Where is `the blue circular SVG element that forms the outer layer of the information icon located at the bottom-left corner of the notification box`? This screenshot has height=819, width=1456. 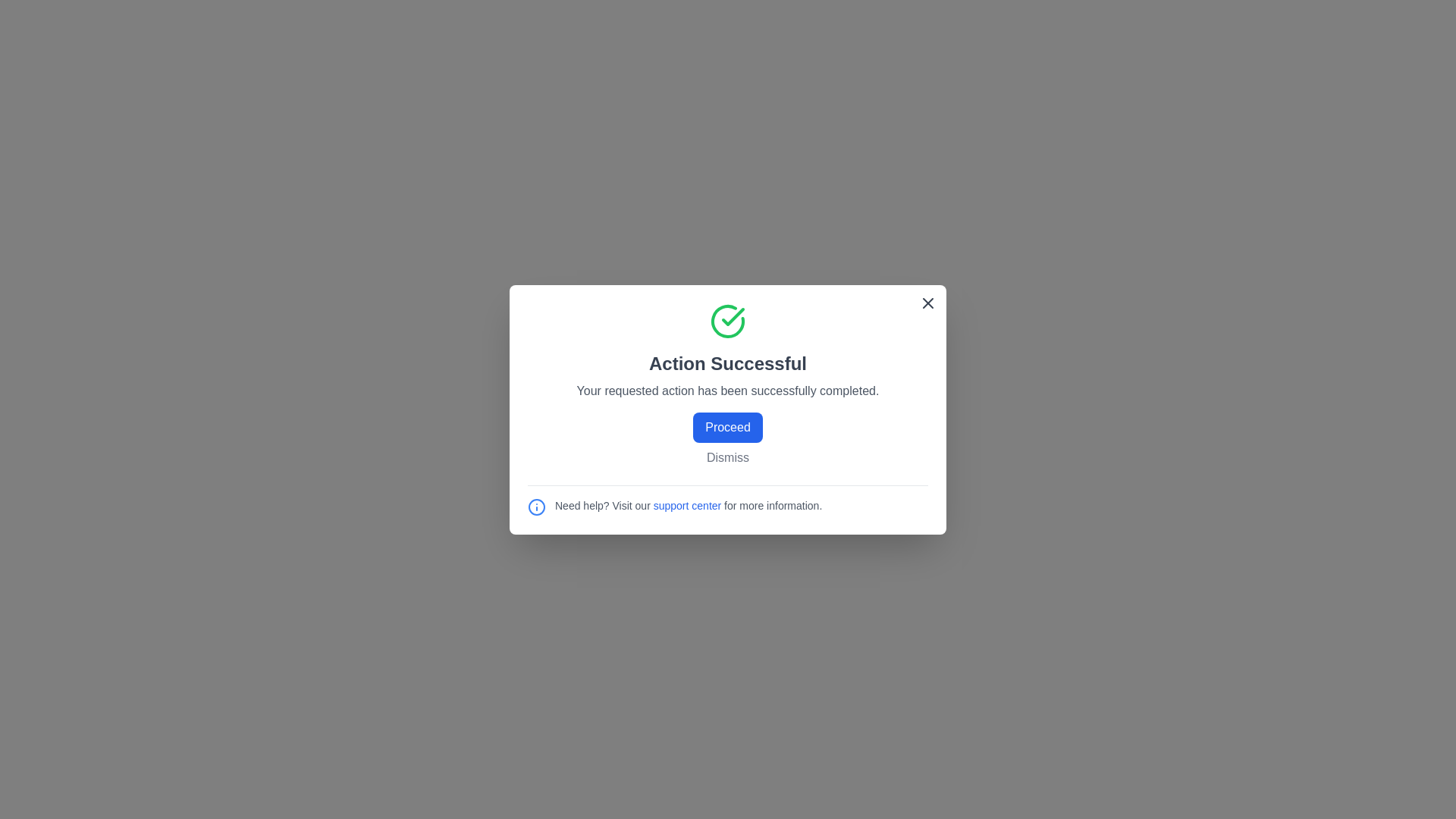 the blue circular SVG element that forms the outer layer of the information icon located at the bottom-left corner of the notification box is located at coordinates (537, 507).